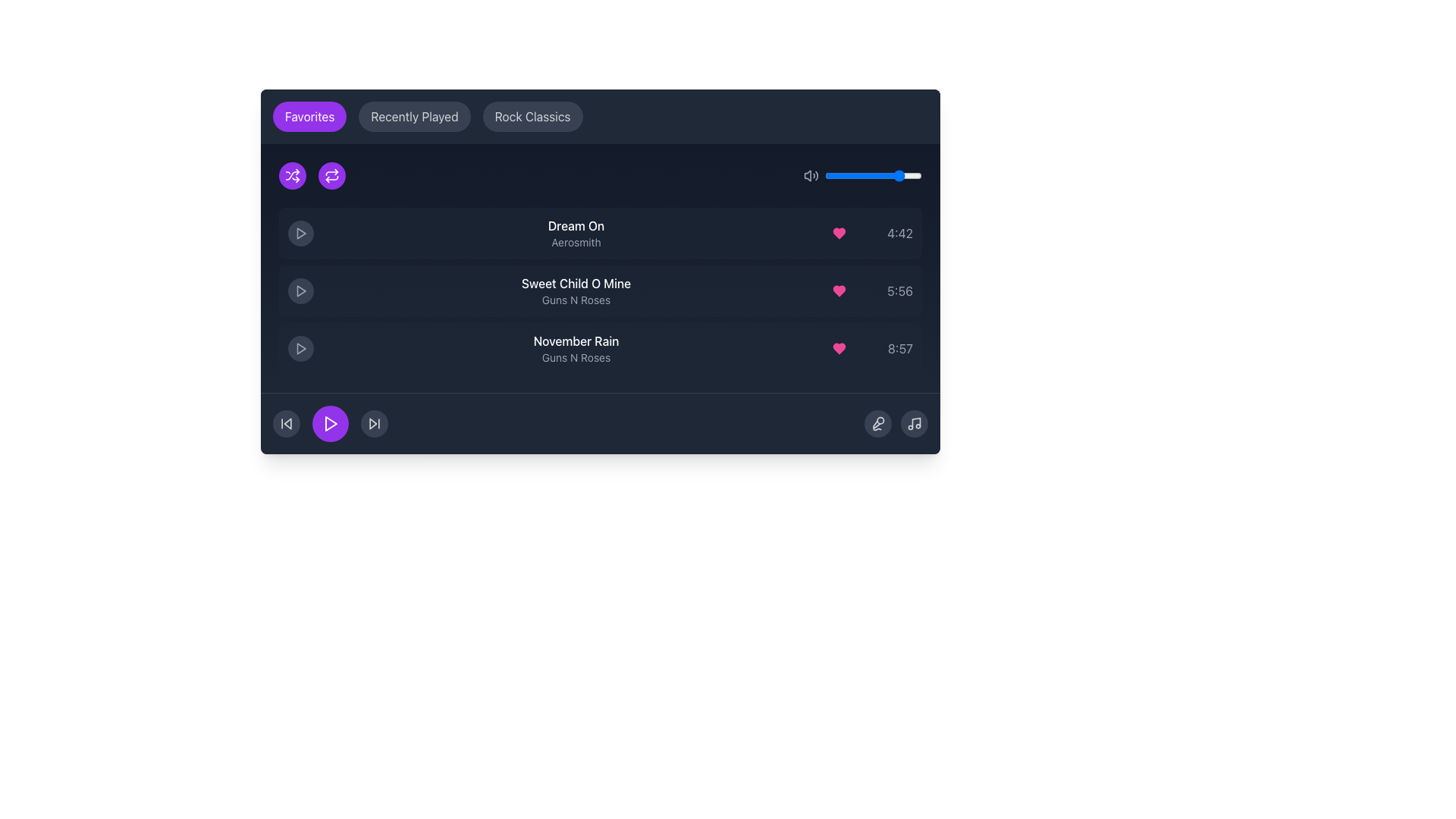  What do you see at coordinates (877, 424) in the screenshot?
I see `the microphone graphic icon located at the bottom-right corner of the dark-themed music interface` at bounding box center [877, 424].